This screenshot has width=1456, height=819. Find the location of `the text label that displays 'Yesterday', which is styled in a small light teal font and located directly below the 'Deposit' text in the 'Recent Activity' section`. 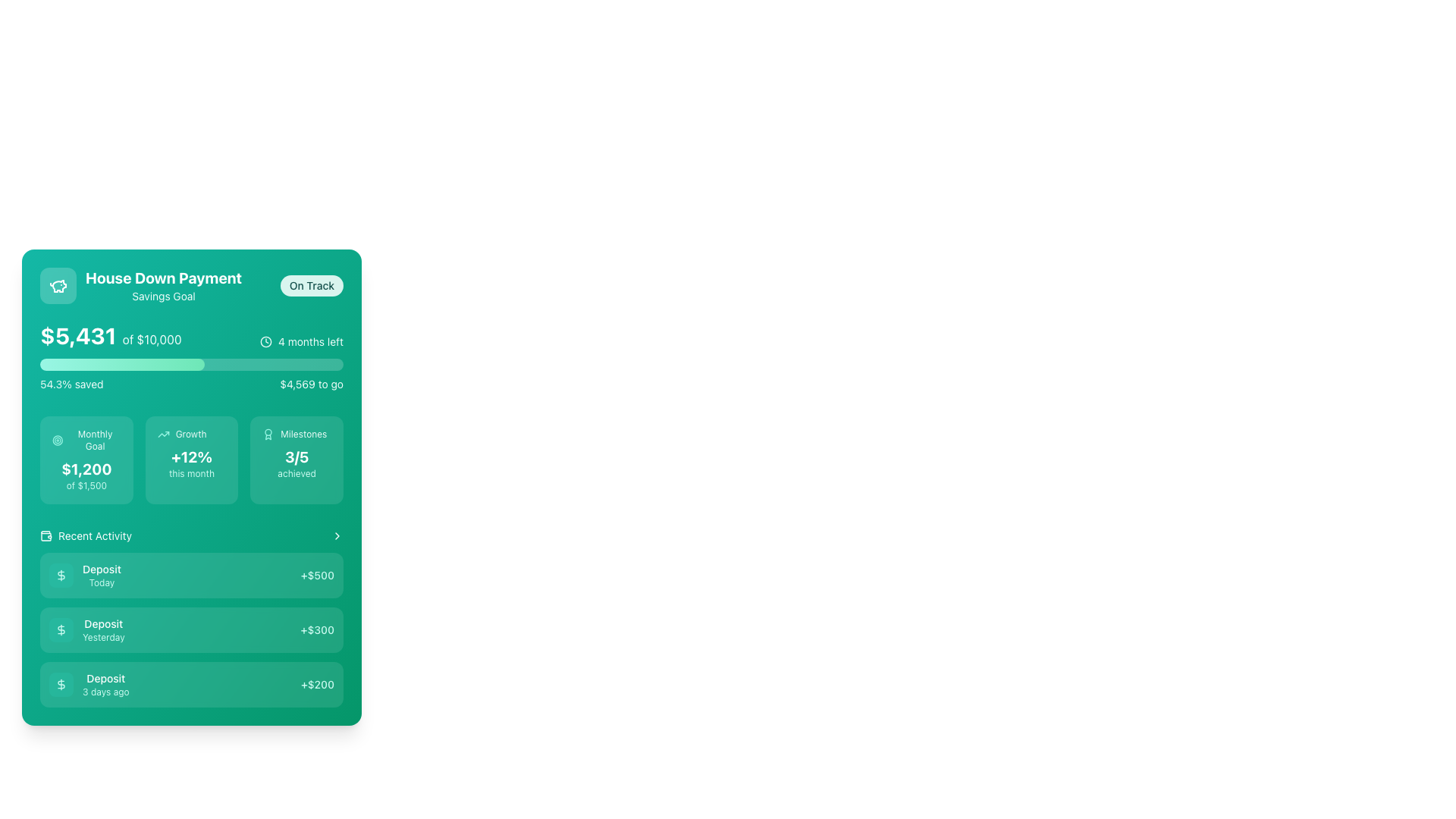

the text label that displays 'Yesterday', which is styled in a small light teal font and located directly below the 'Deposit' text in the 'Recent Activity' section is located at coordinates (102, 637).